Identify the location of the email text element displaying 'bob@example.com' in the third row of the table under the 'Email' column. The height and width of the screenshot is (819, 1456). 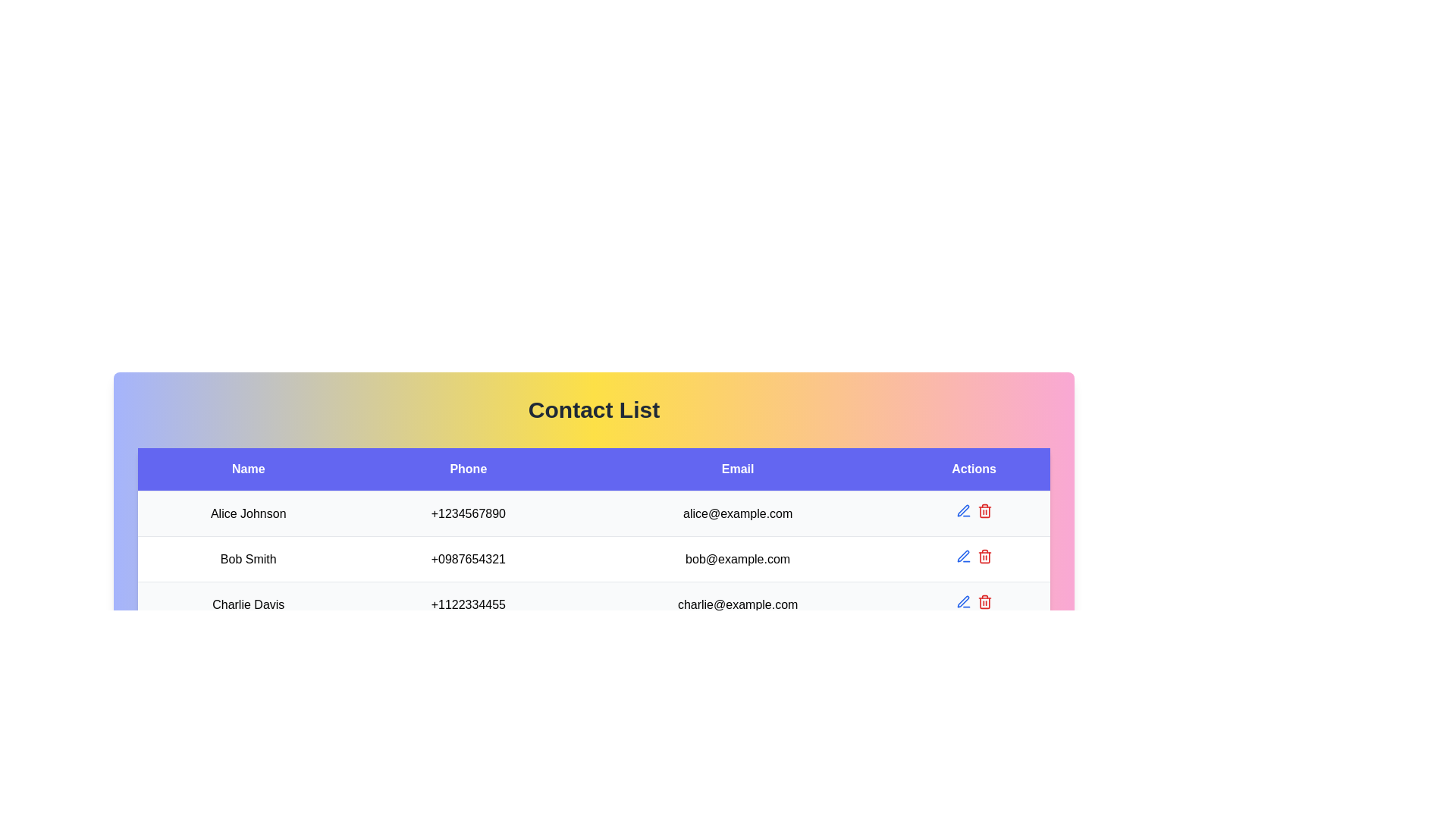
(738, 559).